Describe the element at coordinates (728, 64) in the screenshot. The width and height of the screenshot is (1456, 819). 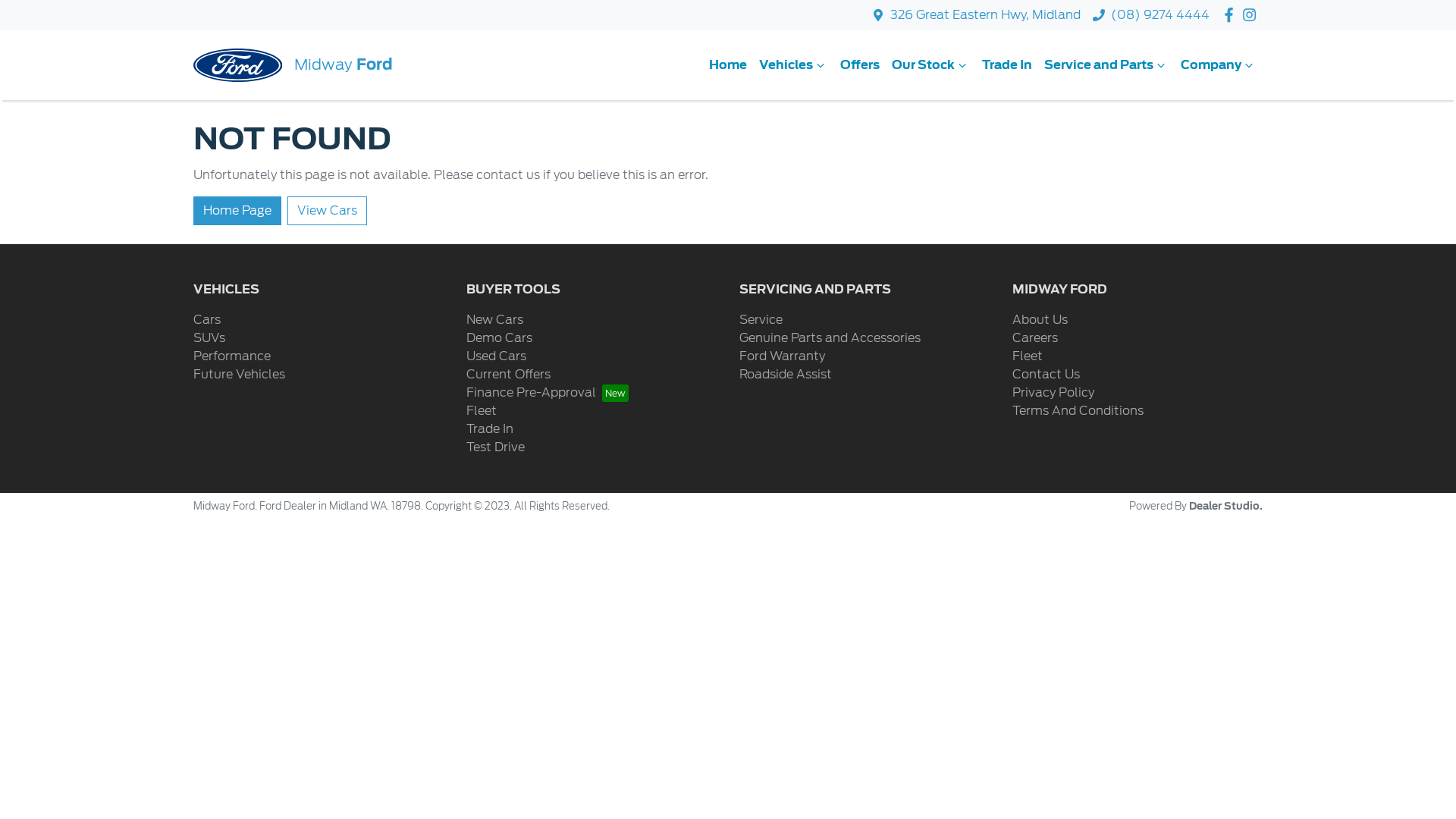
I see `'Home'` at that location.